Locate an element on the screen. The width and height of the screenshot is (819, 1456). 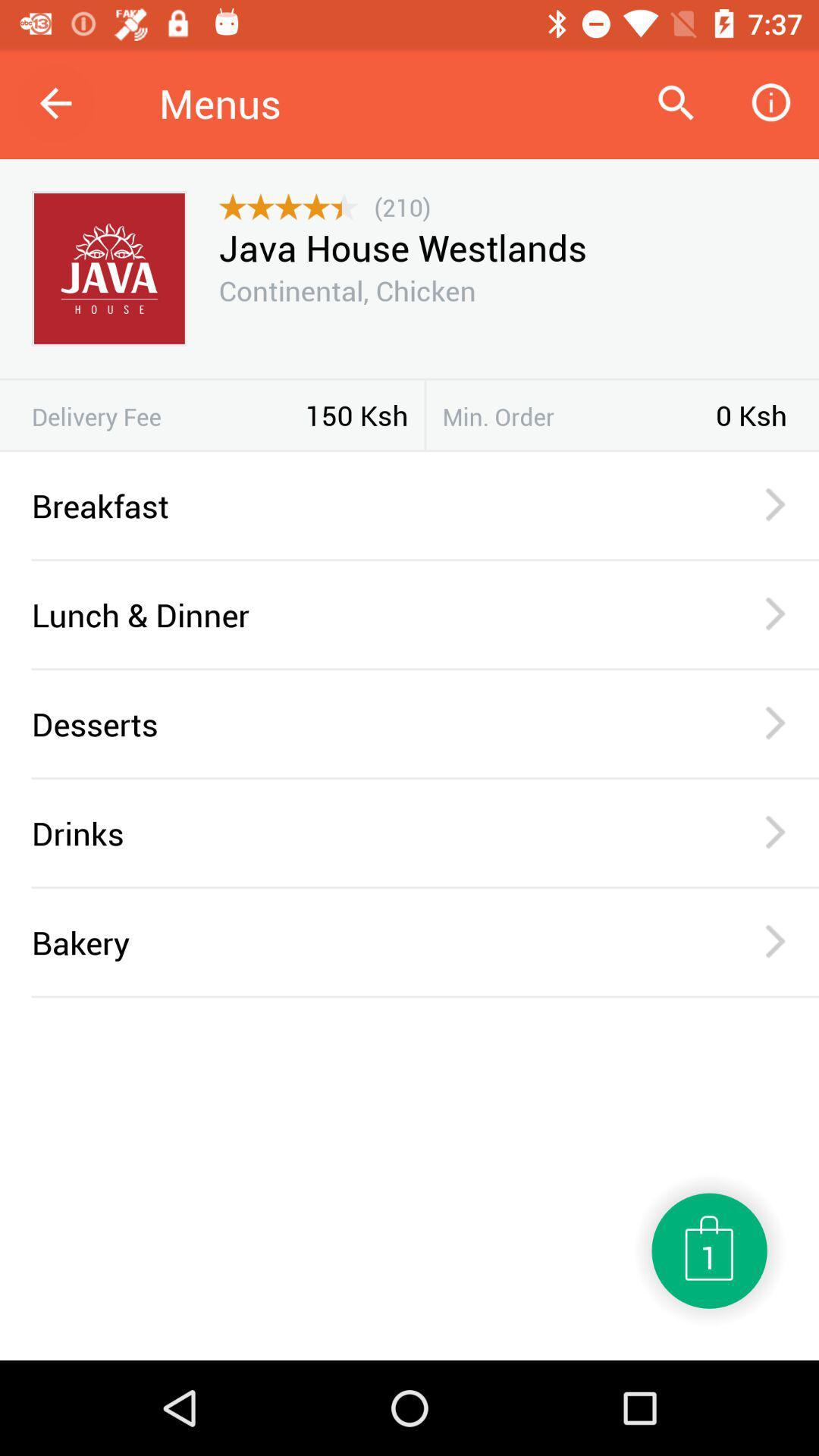
item below the menus icon is located at coordinates (288, 206).